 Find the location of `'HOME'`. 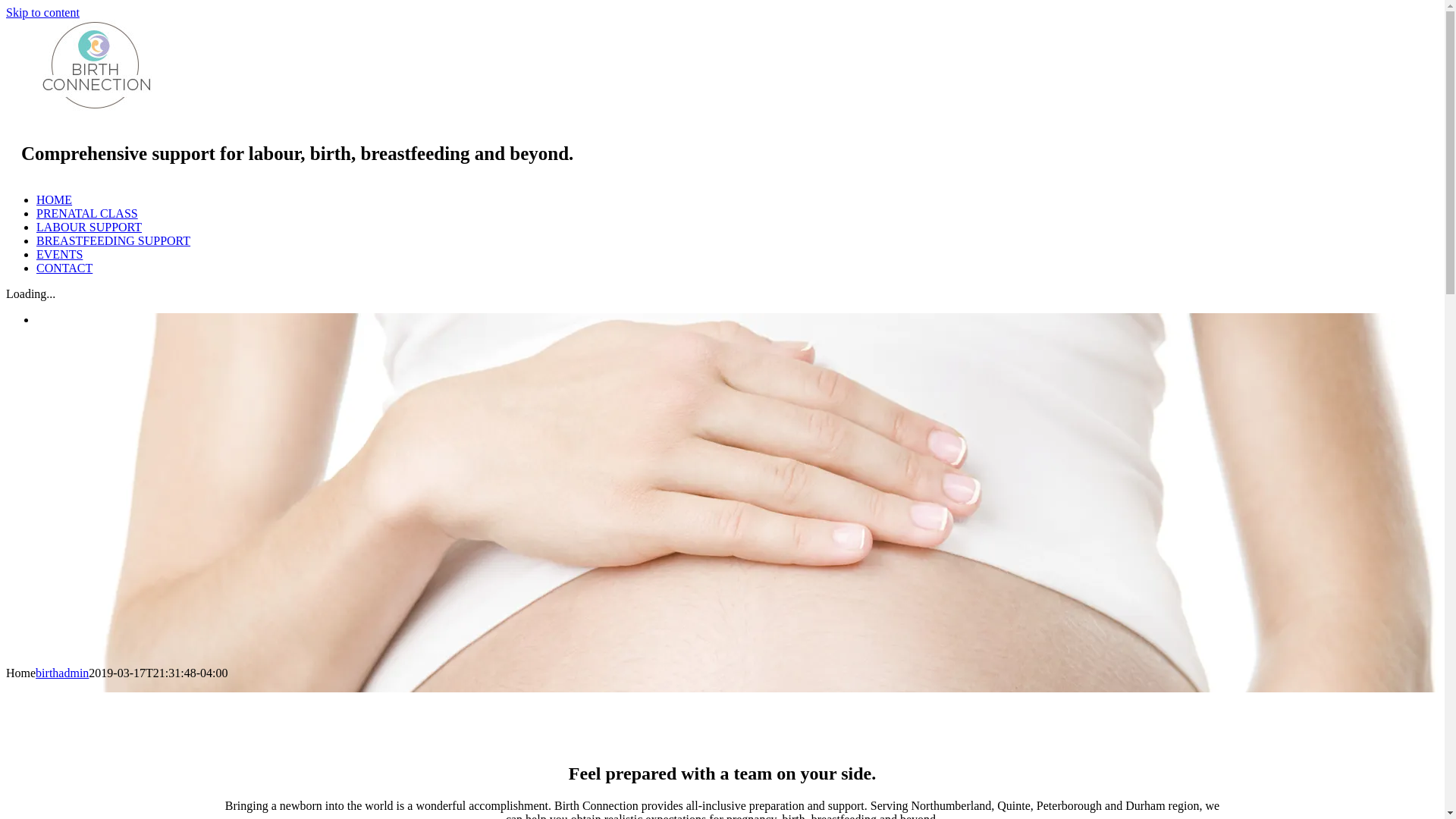

'HOME' is located at coordinates (54, 199).